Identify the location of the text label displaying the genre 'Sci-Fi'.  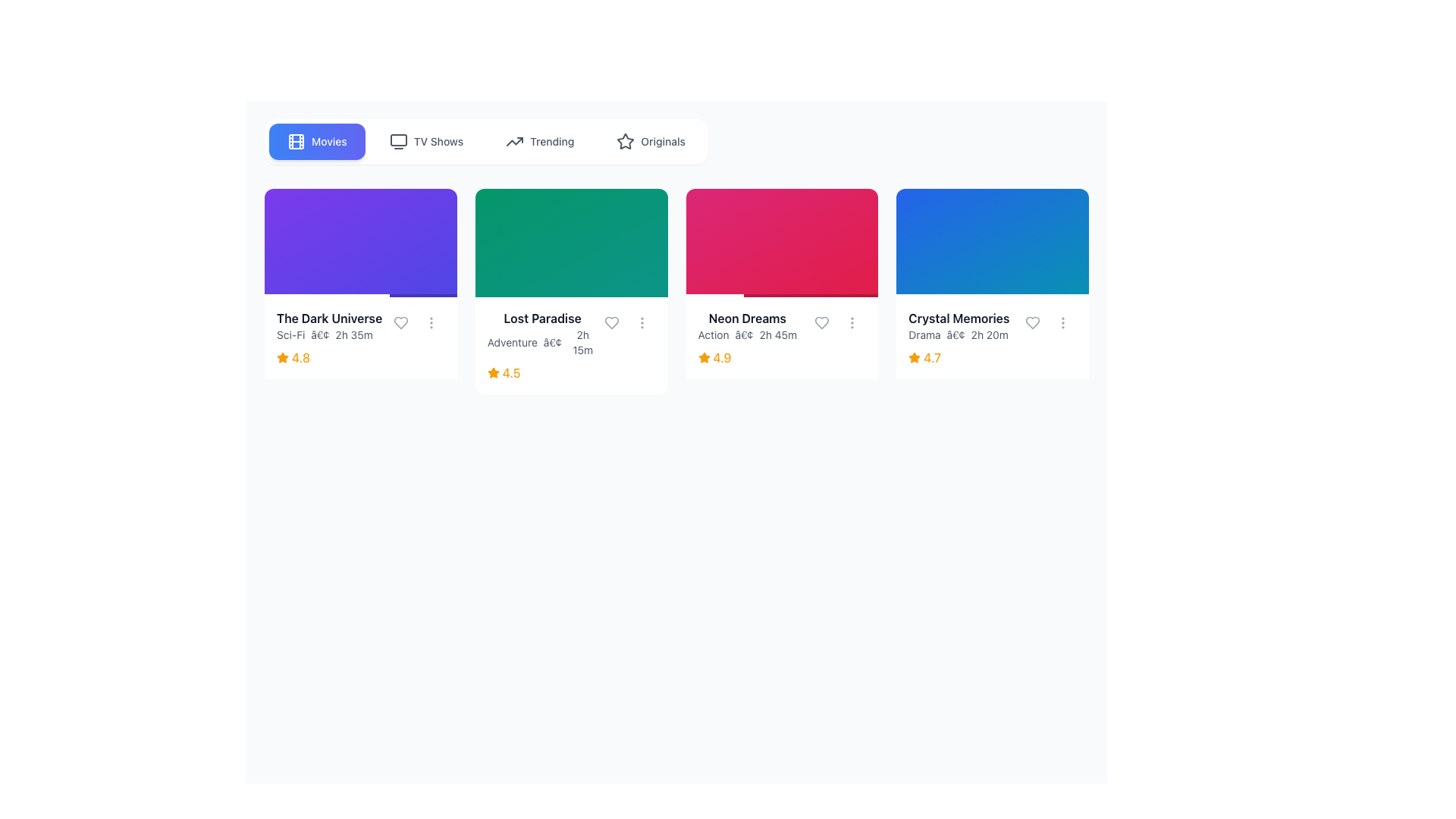
(290, 334).